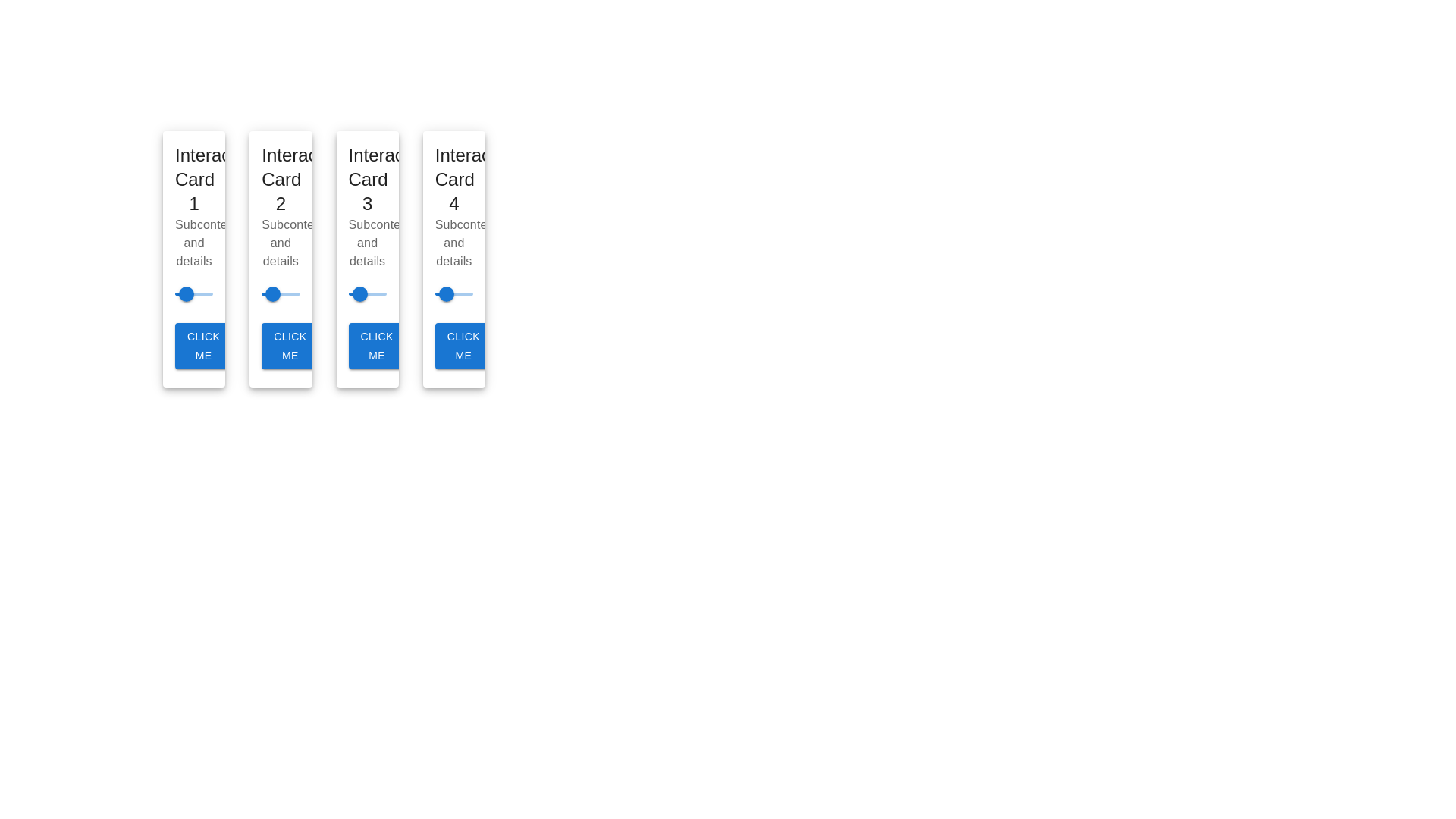 The height and width of the screenshot is (819, 1456). What do you see at coordinates (182, 294) in the screenshot?
I see `the slider` at bounding box center [182, 294].